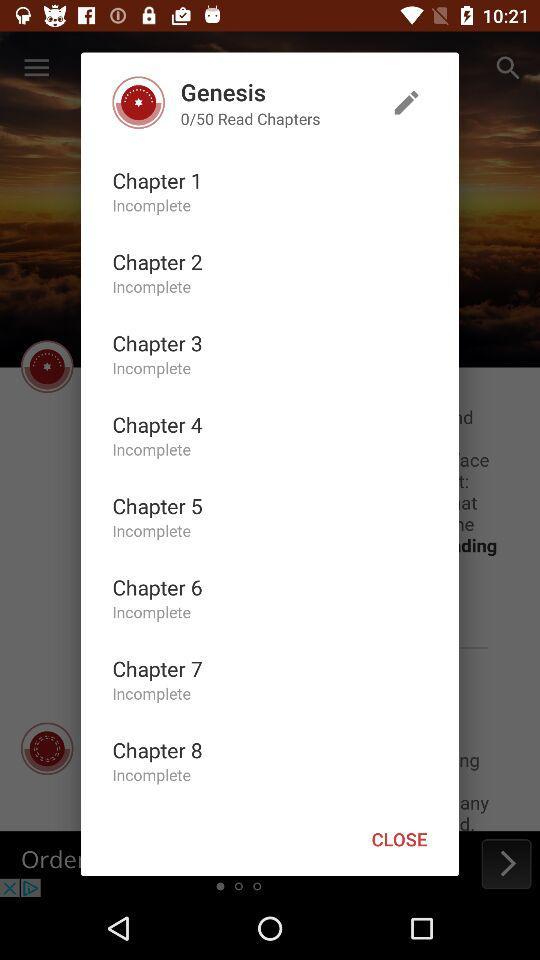 The height and width of the screenshot is (960, 540). I want to click on item below incomplete item, so click(156, 260).